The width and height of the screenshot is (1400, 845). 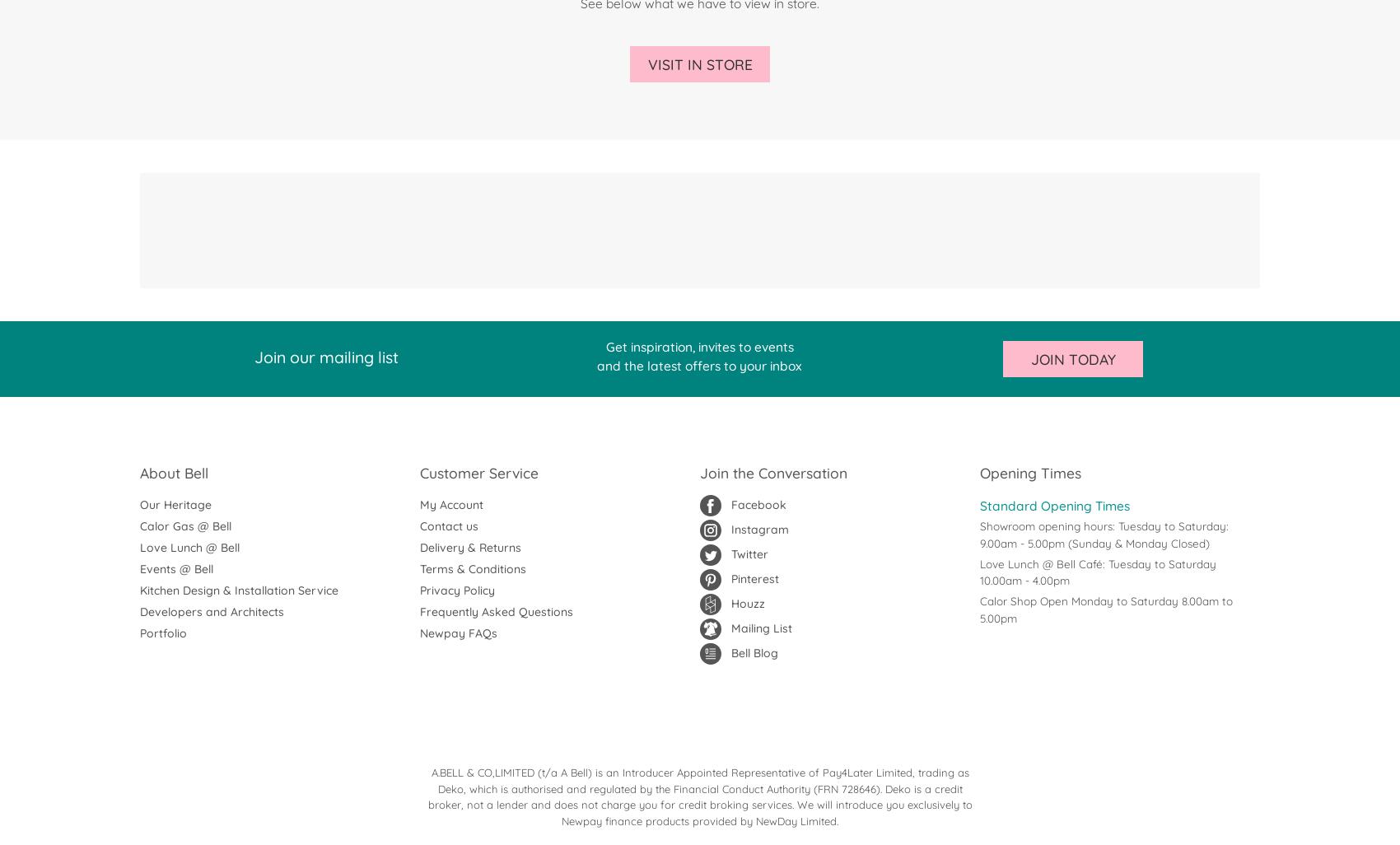 I want to click on 'Join Today', so click(x=1072, y=358).